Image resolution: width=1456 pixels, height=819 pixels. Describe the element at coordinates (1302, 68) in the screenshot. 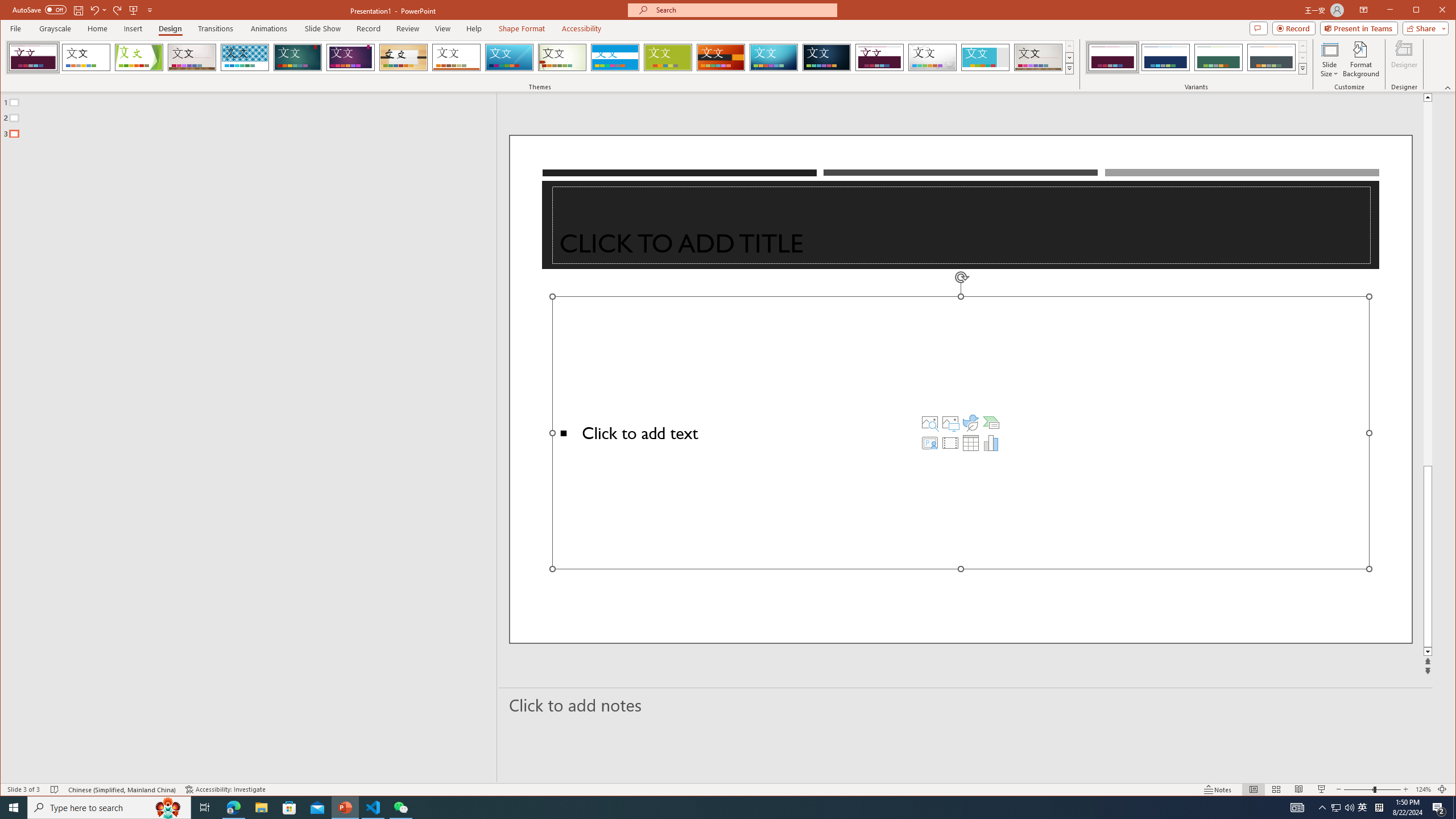

I see `'Variants'` at that location.